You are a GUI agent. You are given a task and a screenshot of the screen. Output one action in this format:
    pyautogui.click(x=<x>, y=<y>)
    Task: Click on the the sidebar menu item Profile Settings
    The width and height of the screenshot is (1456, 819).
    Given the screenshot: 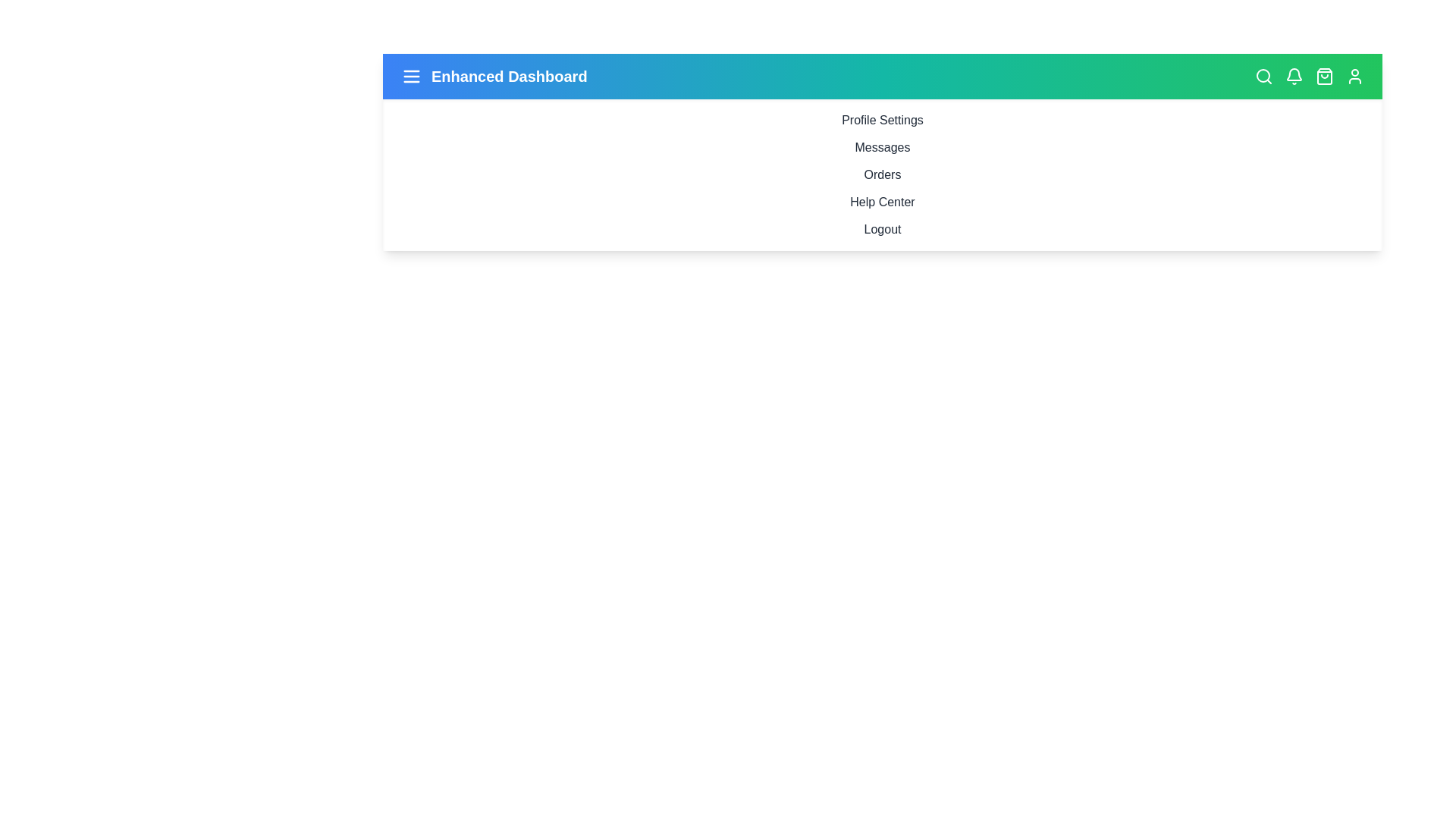 What is the action you would take?
    pyautogui.click(x=882, y=119)
    